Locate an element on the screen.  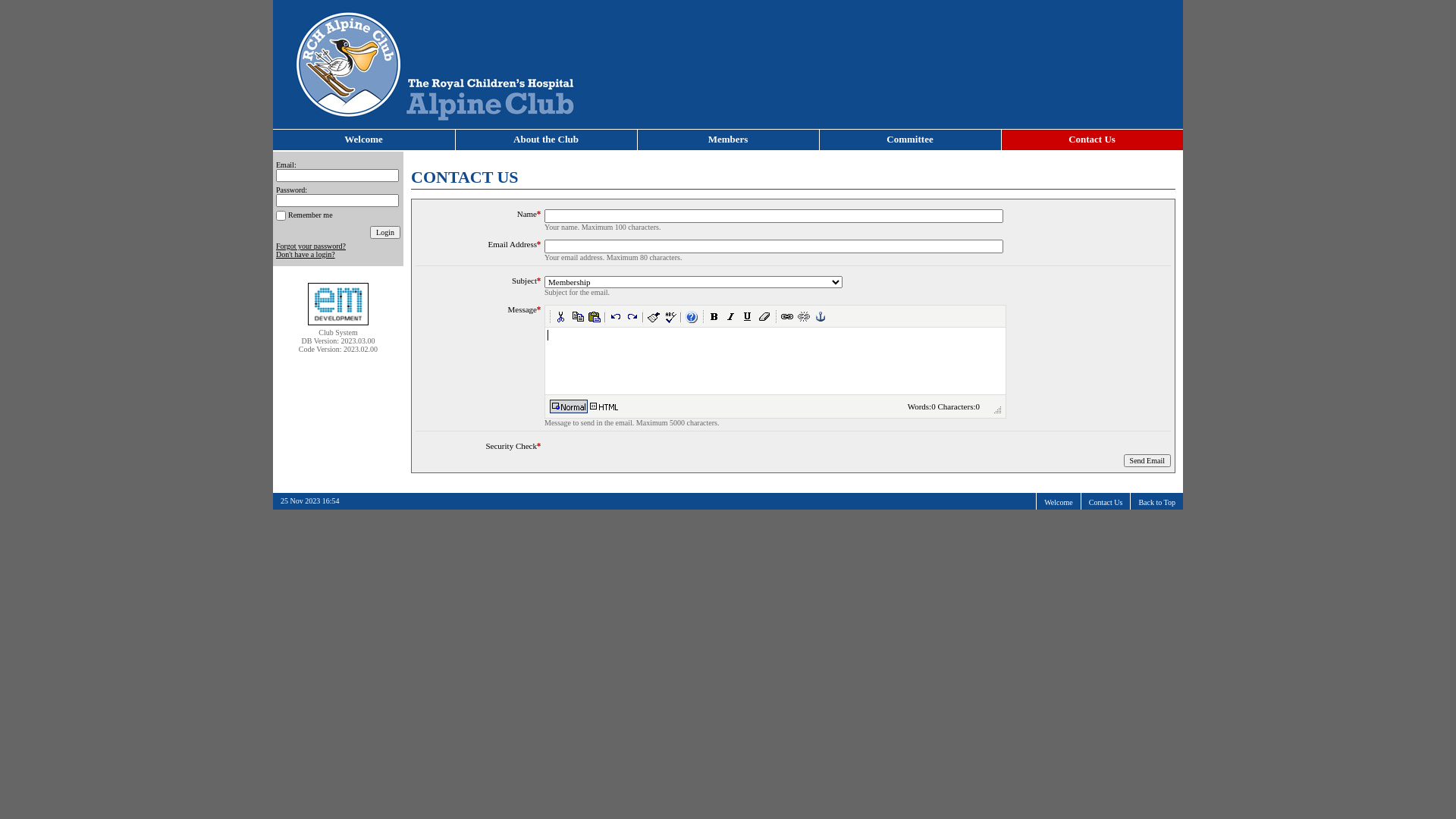
'Don't have a login?' is located at coordinates (305, 253).